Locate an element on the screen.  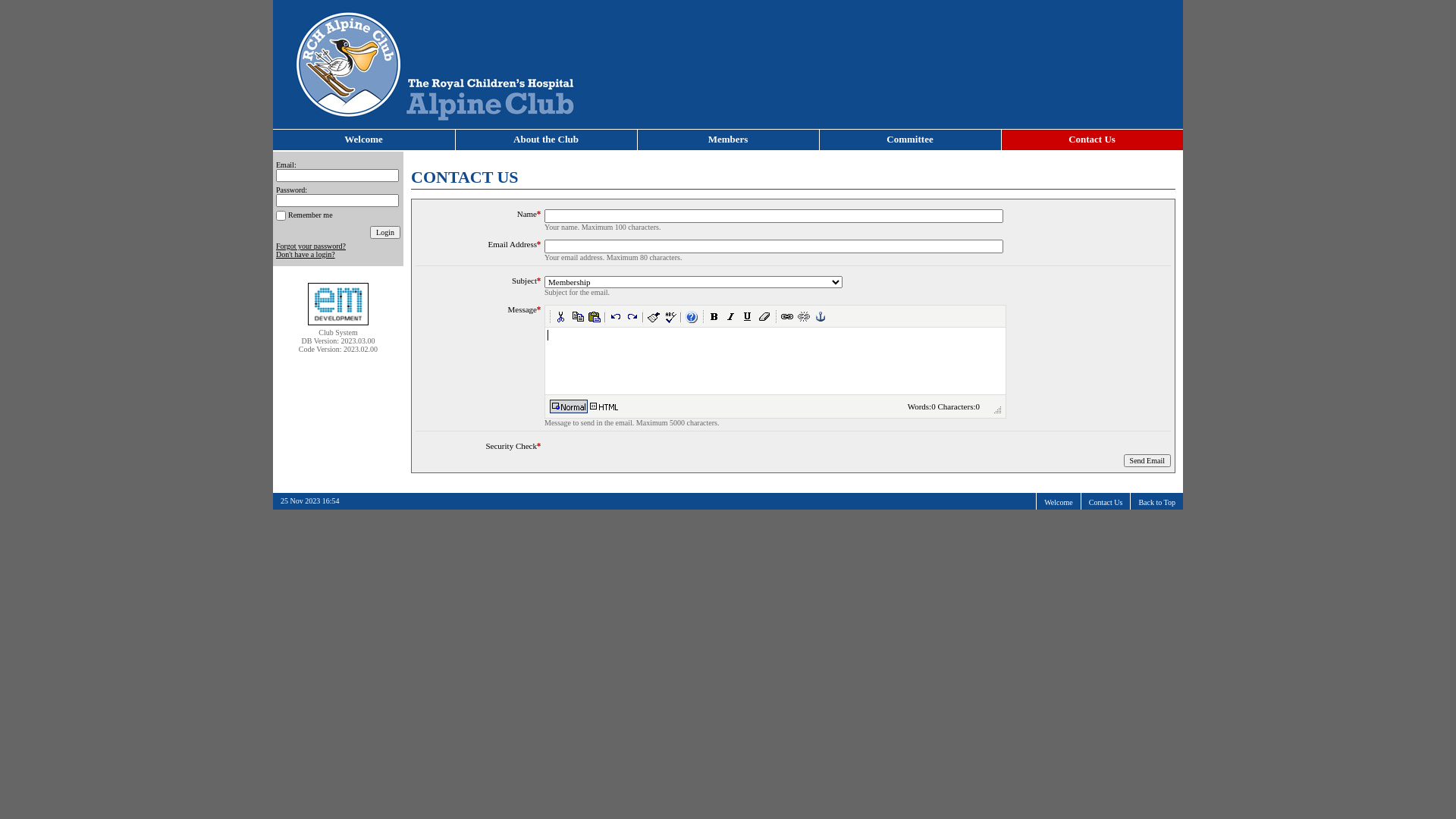
'Don't have a login?' is located at coordinates (305, 253).